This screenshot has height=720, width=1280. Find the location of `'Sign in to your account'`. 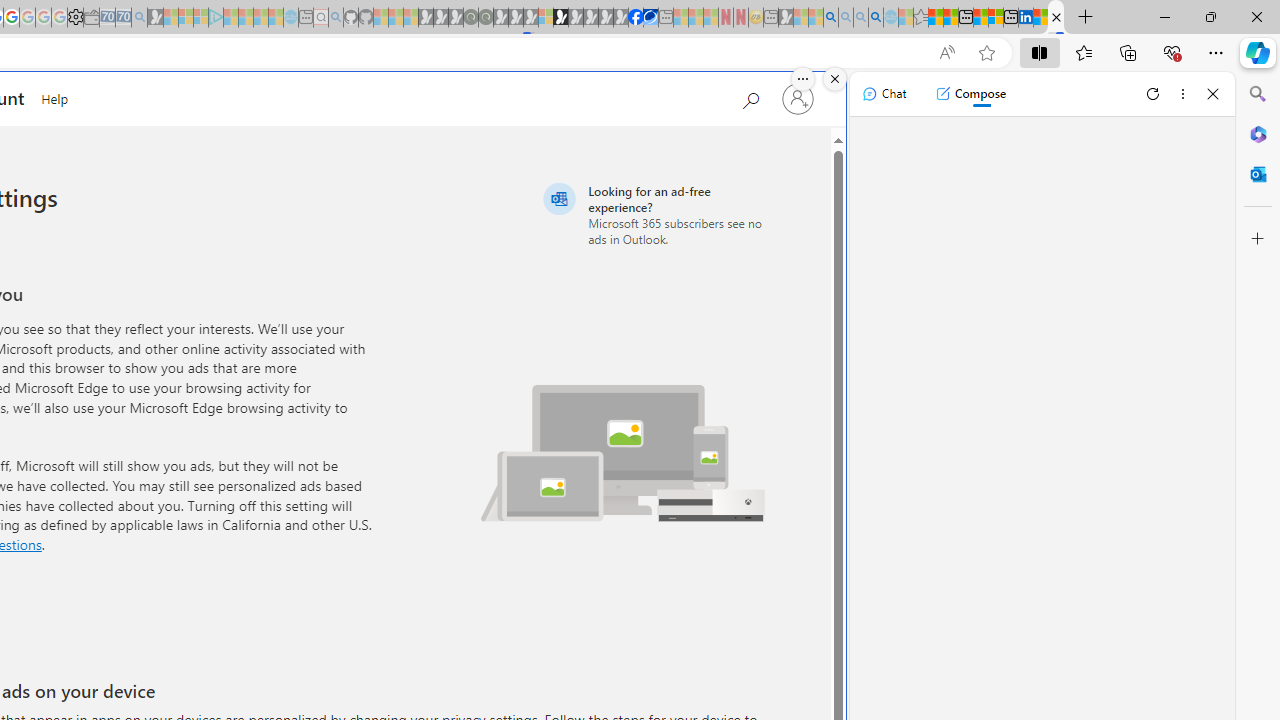

'Sign in to your account' is located at coordinates (797, 99).